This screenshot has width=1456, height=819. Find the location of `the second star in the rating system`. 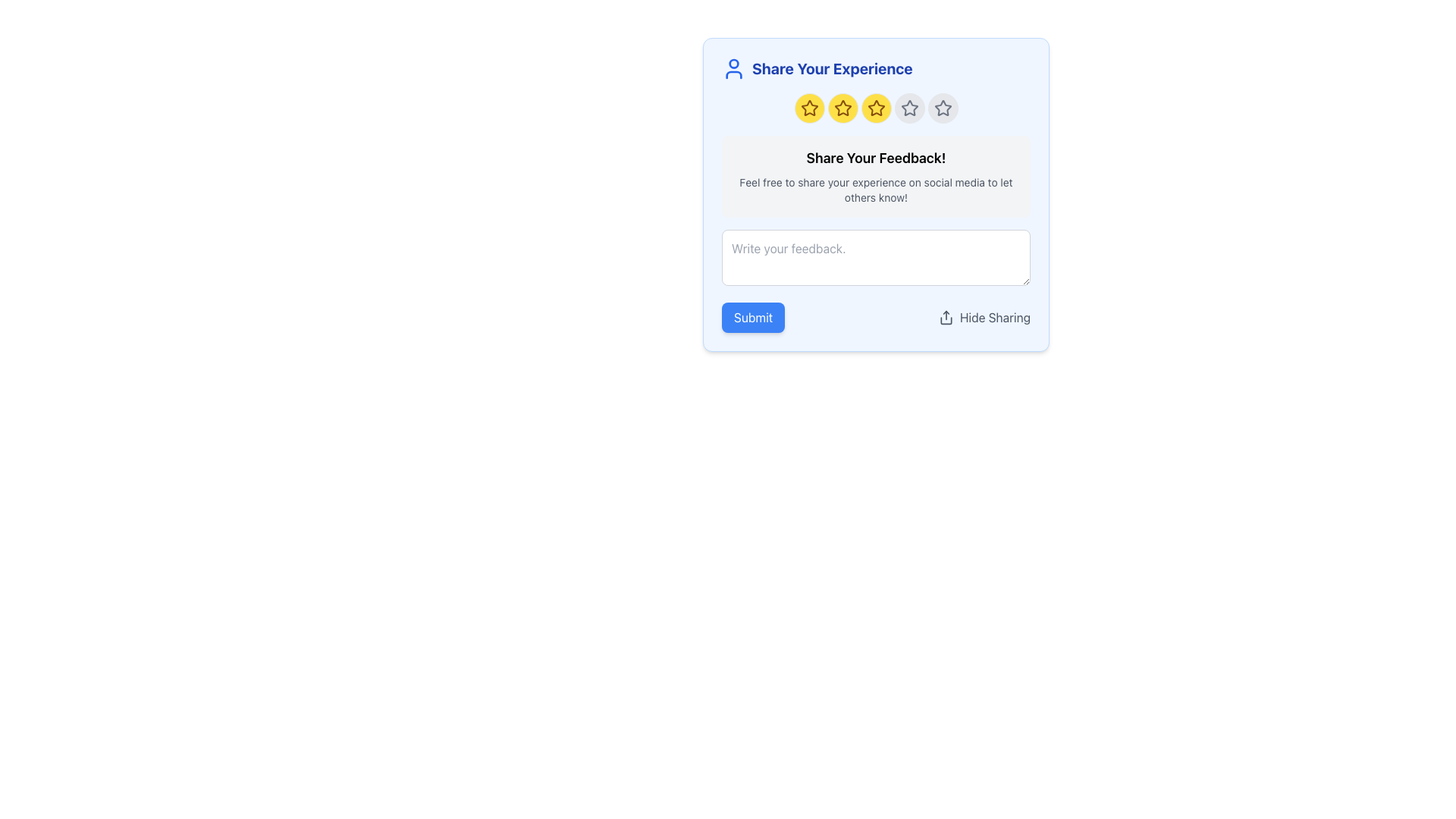

the second star in the rating system is located at coordinates (842, 107).